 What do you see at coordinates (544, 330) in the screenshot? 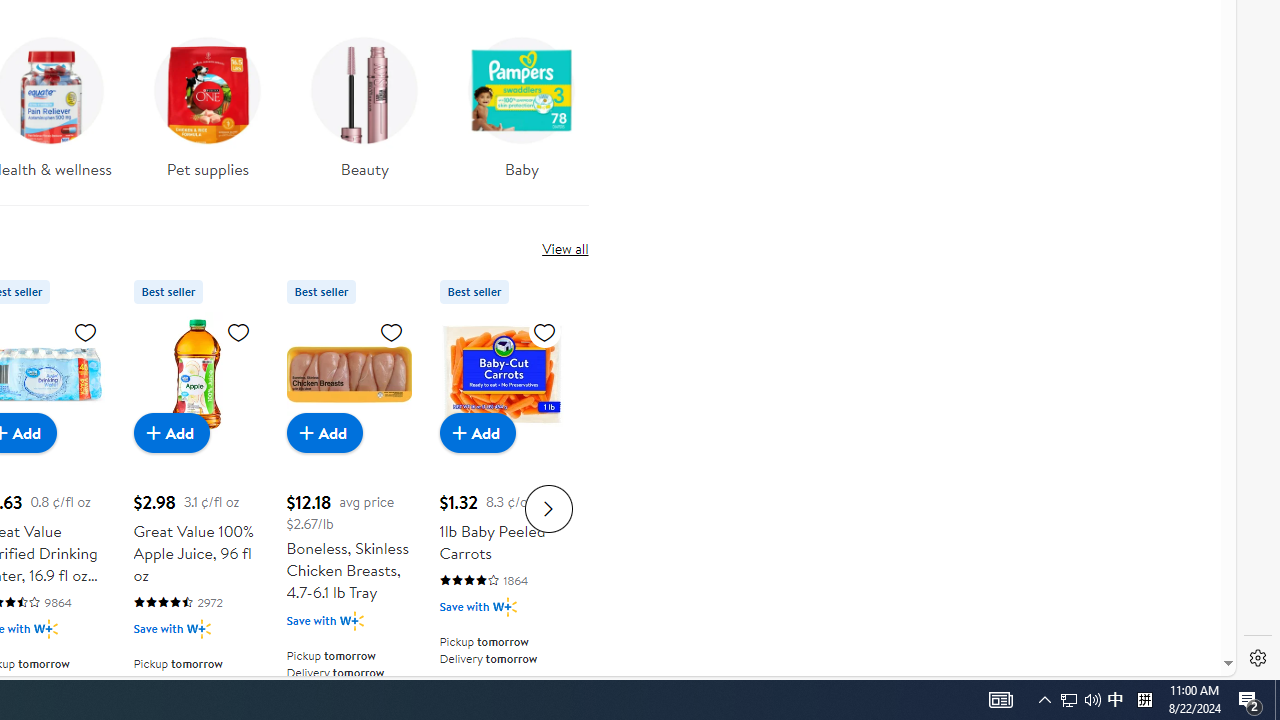
I see `'Sign in to add to Favorites list, 1lb Baby Peeled Carrots'` at bounding box center [544, 330].